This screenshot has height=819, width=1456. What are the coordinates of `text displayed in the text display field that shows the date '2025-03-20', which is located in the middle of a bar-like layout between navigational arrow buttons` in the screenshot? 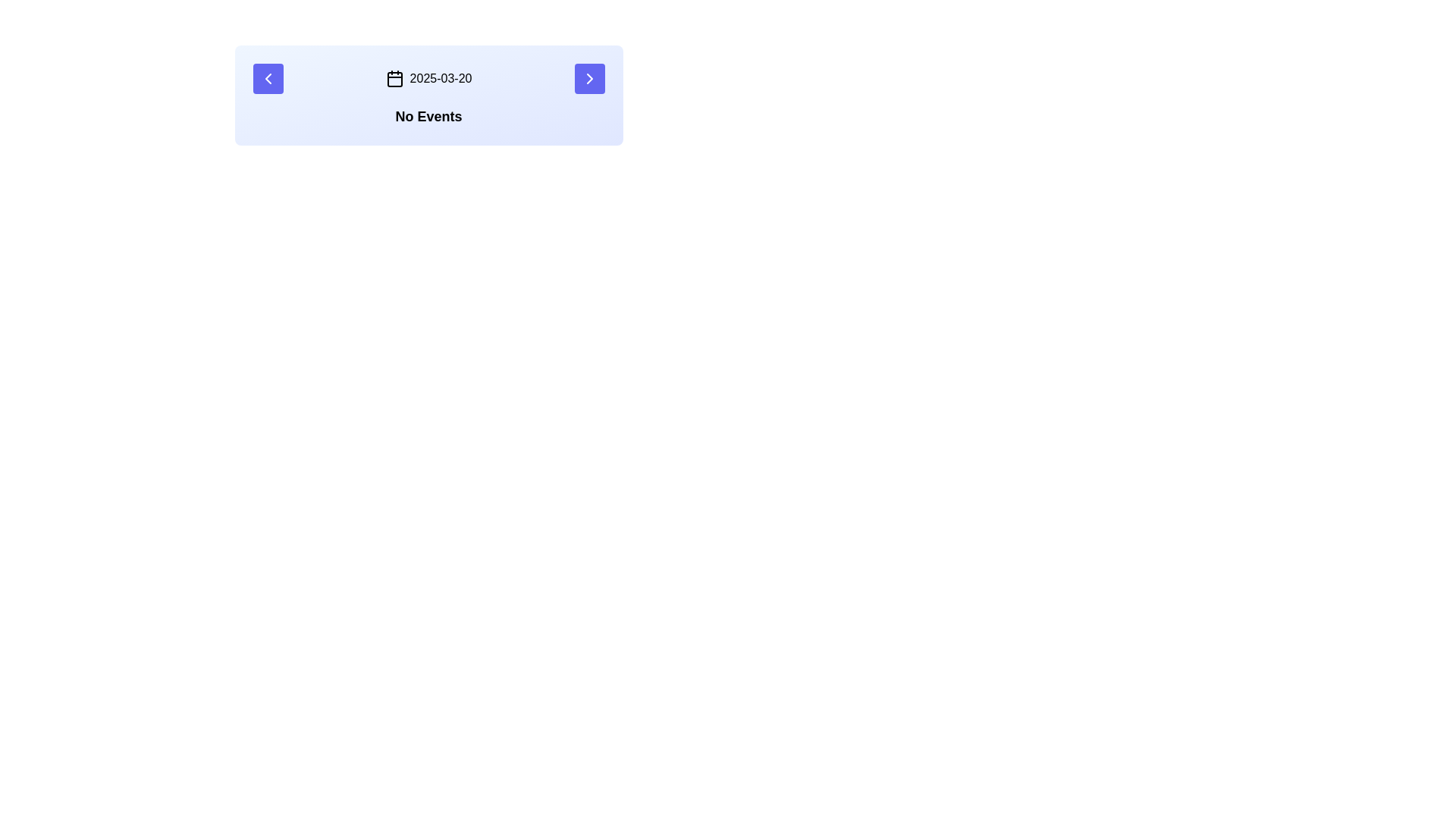 It's located at (428, 79).